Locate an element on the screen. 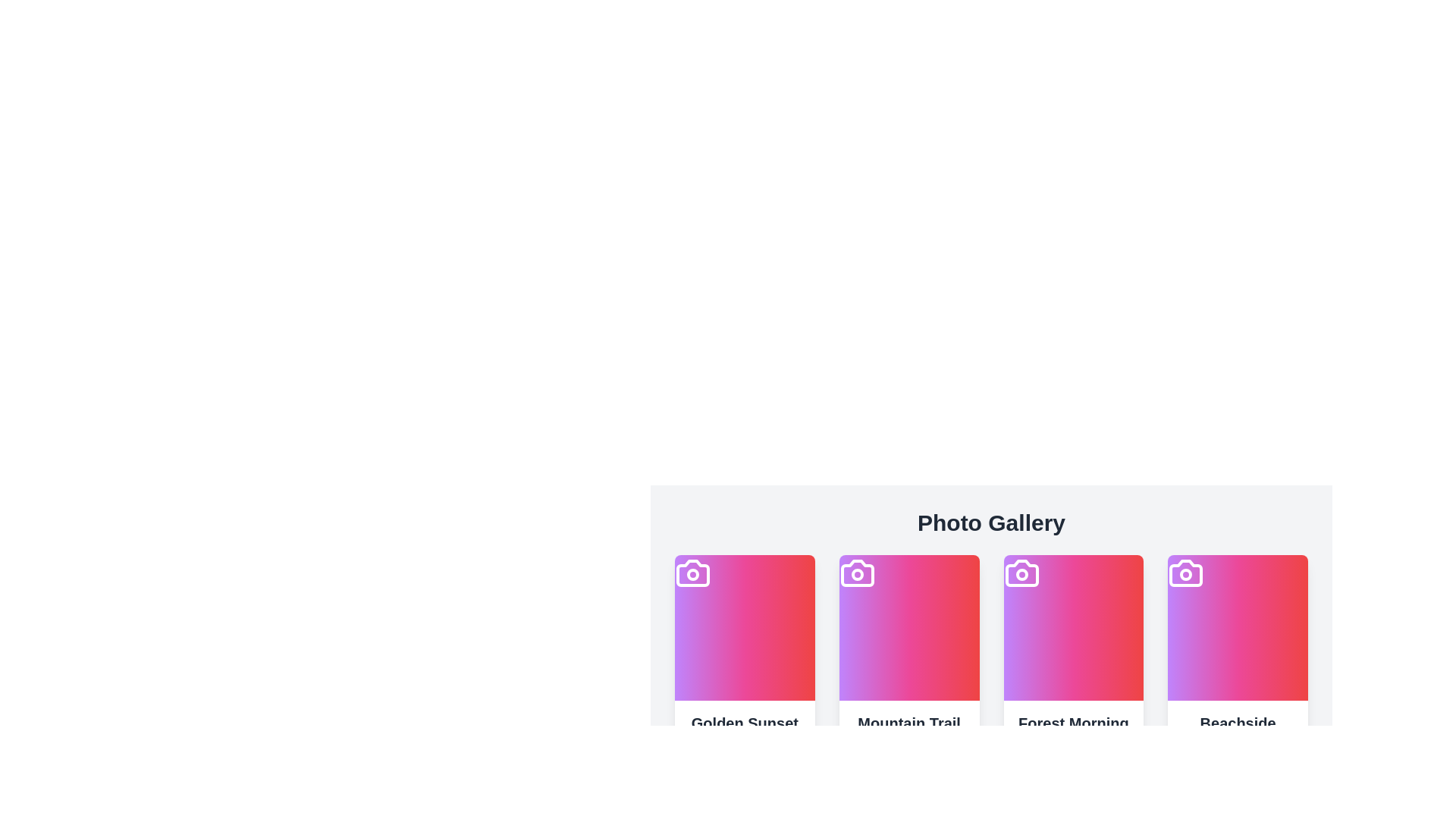 The width and height of the screenshot is (1456, 819). the camera icon SVG graphic component located at the top-middle of the 'Beachside' card, which symbolizes photo-related content is located at coordinates (1185, 573).